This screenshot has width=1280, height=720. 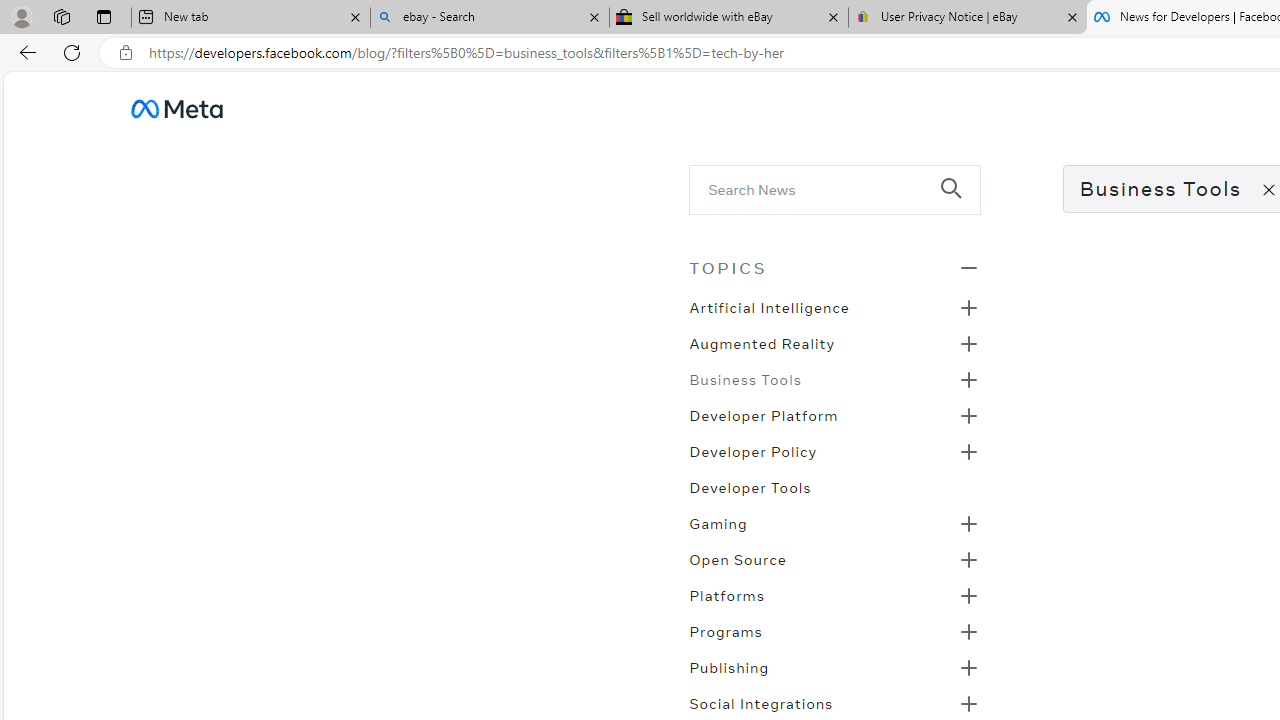 What do you see at coordinates (834, 673) in the screenshot?
I see `'Class: _98ex _98ez'` at bounding box center [834, 673].